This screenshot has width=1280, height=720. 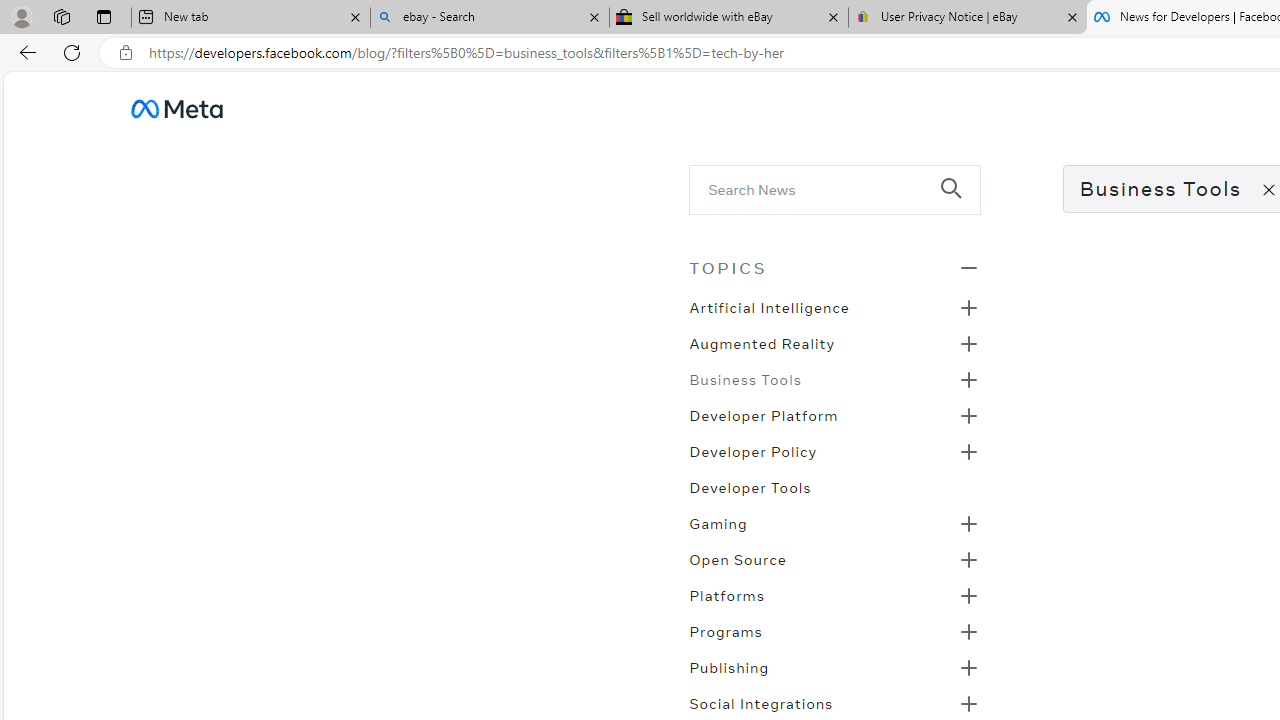 What do you see at coordinates (834, 673) in the screenshot?
I see `'Class: _98ex _98ez'` at bounding box center [834, 673].